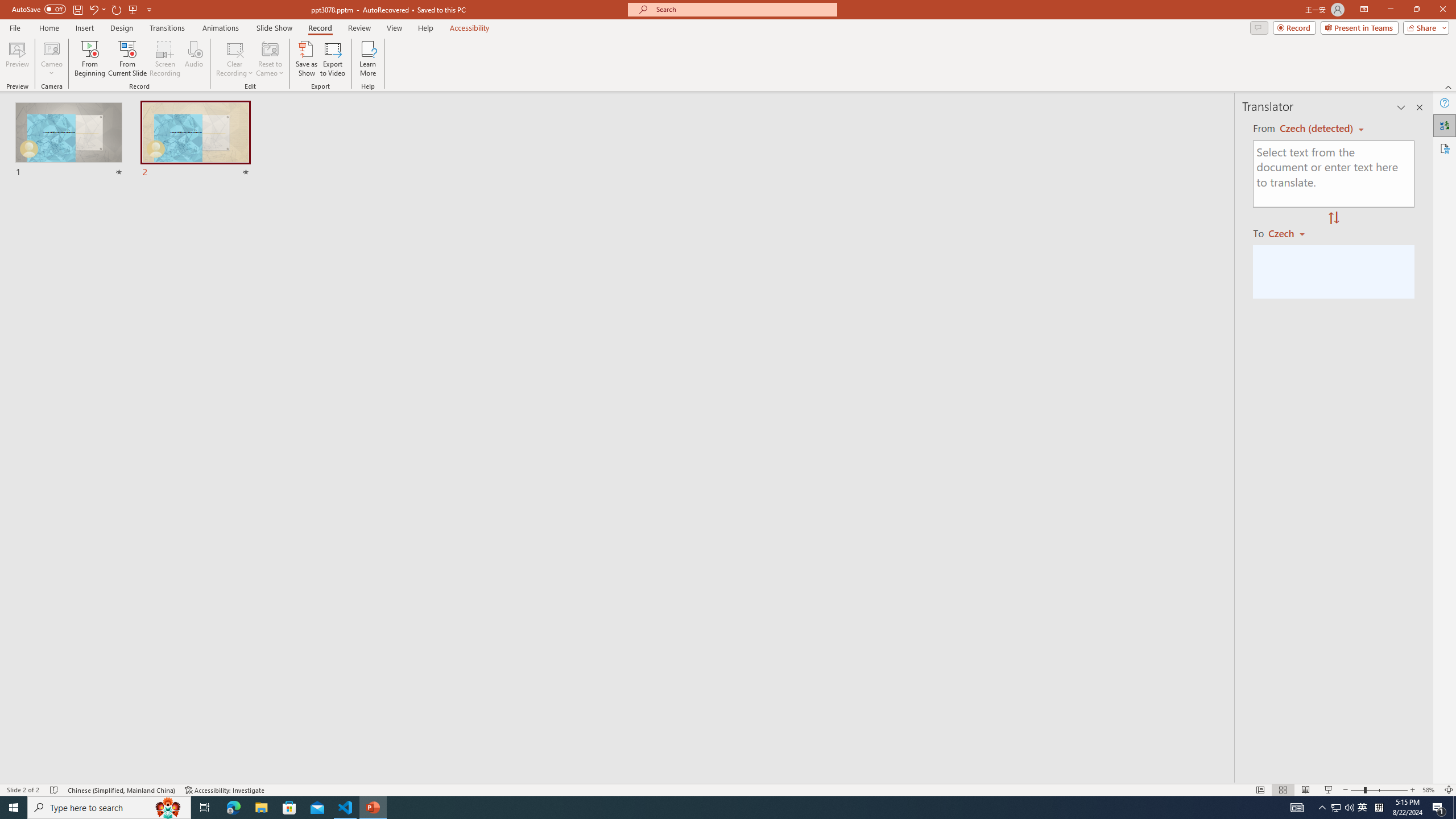 The height and width of the screenshot is (819, 1456). I want to click on 'Czech (detected)', so click(1317, 128).